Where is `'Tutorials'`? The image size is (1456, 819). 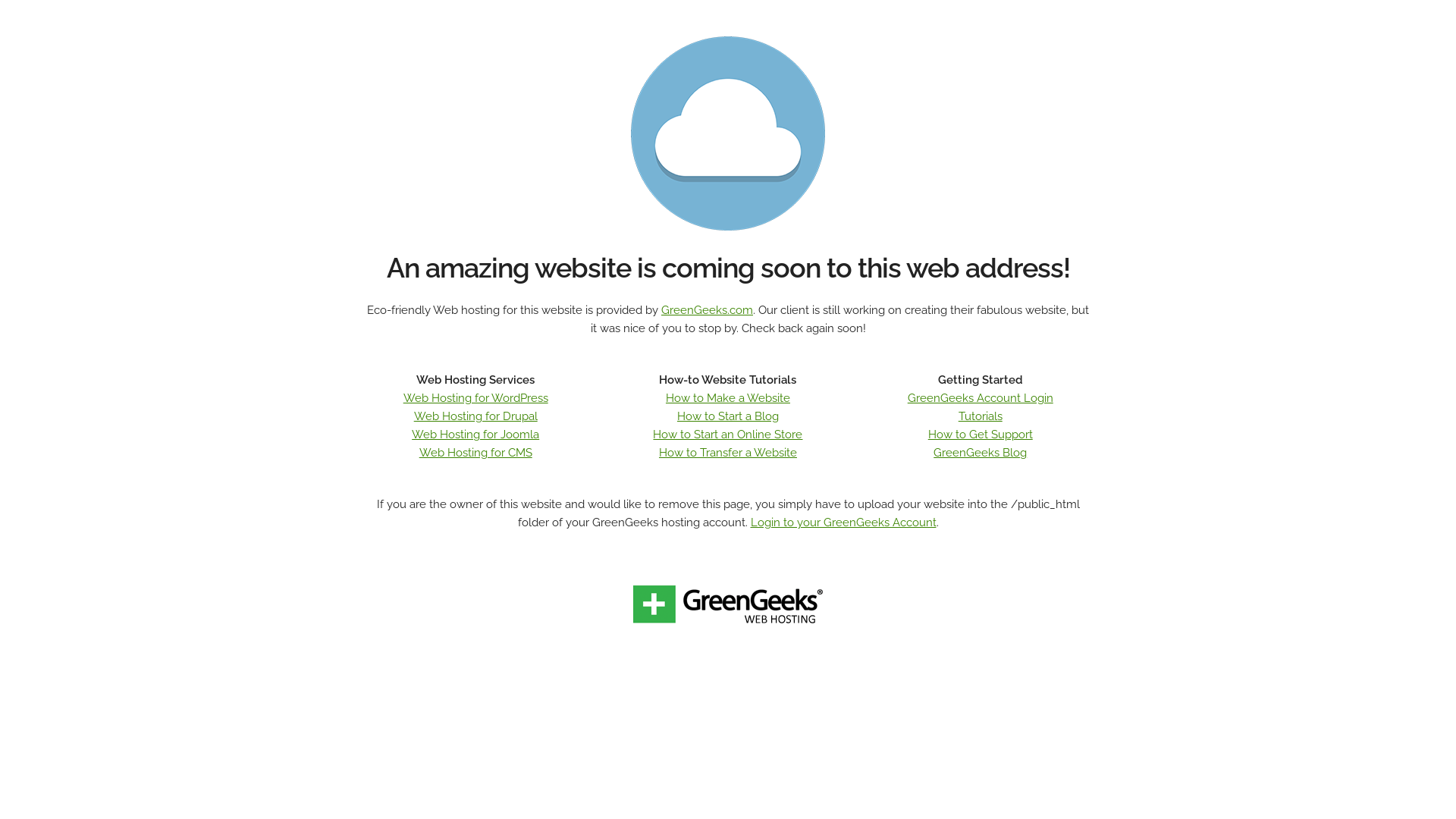 'Tutorials' is located at coordinates (980, 416).